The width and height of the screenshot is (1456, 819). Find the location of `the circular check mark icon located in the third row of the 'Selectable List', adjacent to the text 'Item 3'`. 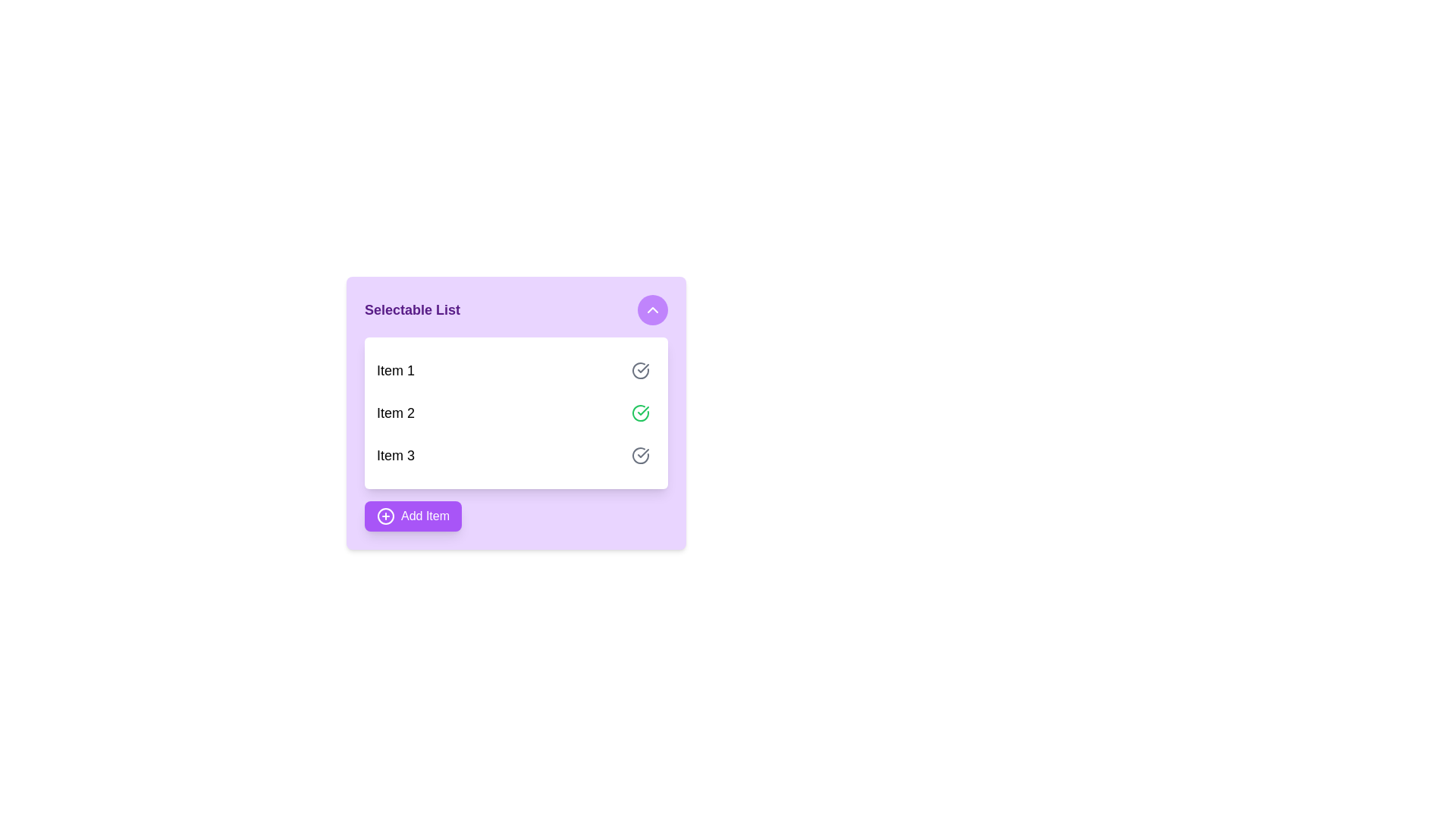

the circular check mark icon located in the third row of the 'Selectable List', adjacent to the text 'Item 3' is located at coordinates (640, 455).